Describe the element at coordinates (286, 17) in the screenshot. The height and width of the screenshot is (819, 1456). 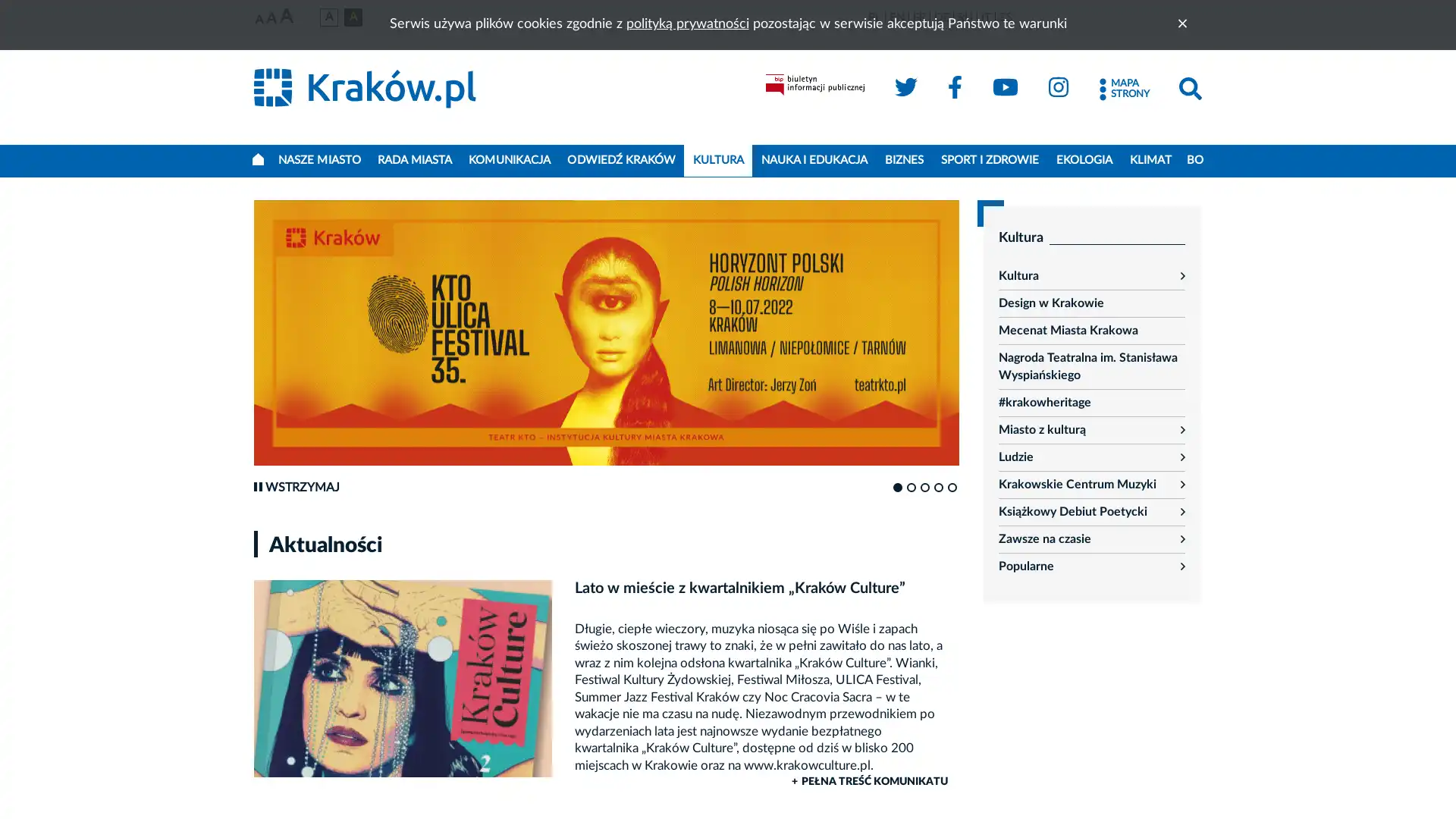
I see `Najwieksza czcionka` at that location.